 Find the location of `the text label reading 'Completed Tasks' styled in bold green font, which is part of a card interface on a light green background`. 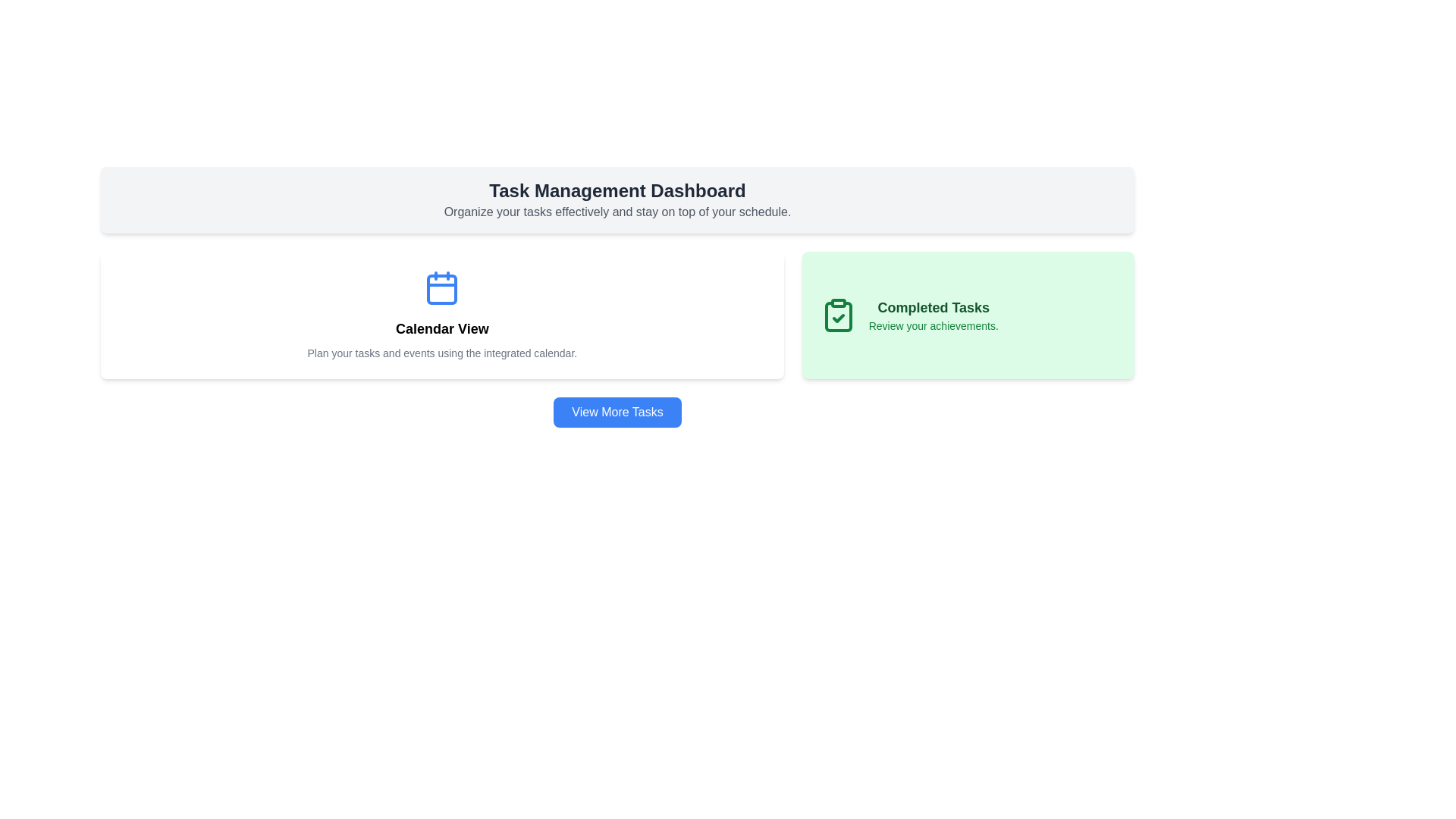

the text label reading 'Completed Tasks' styled in bold green font, which is part of a card interface on a light green background is located at coordinates (933, 307).